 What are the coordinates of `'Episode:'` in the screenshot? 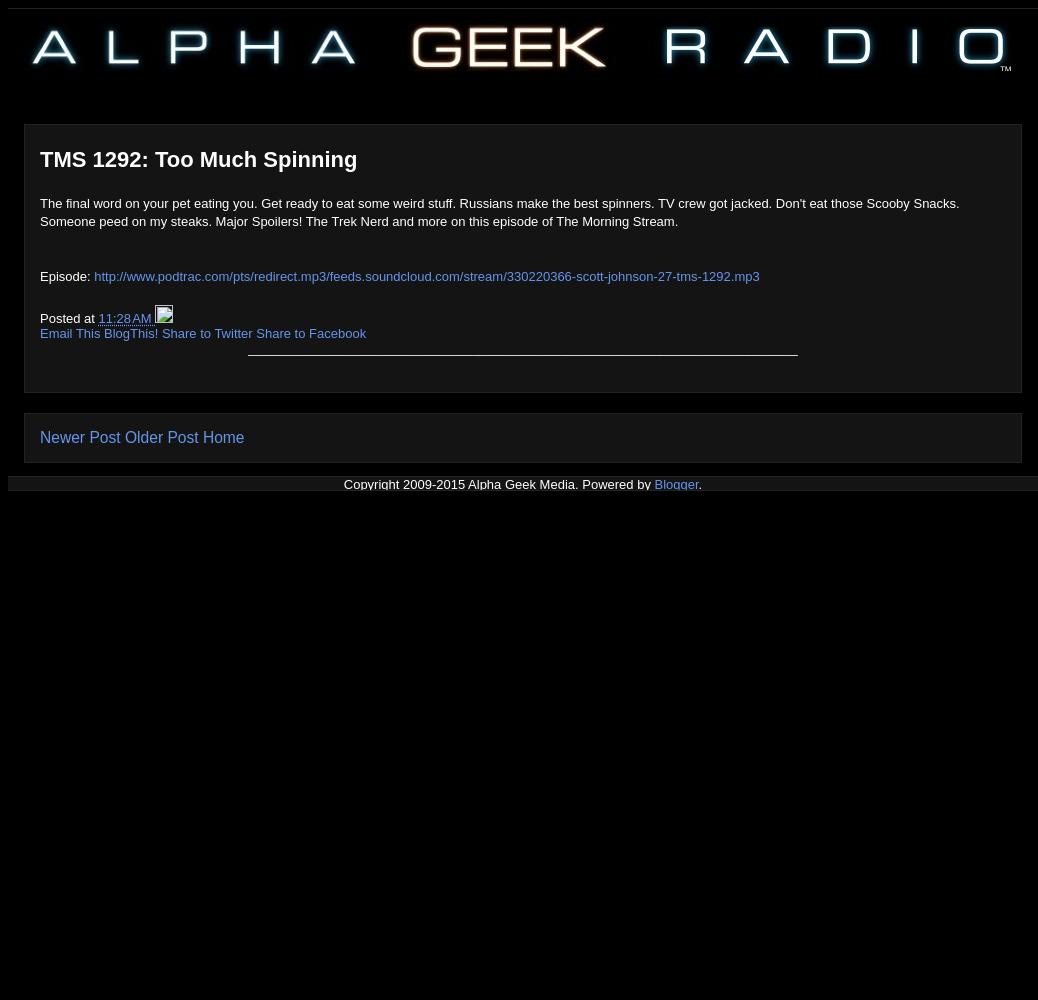 It's located at (65, 275).